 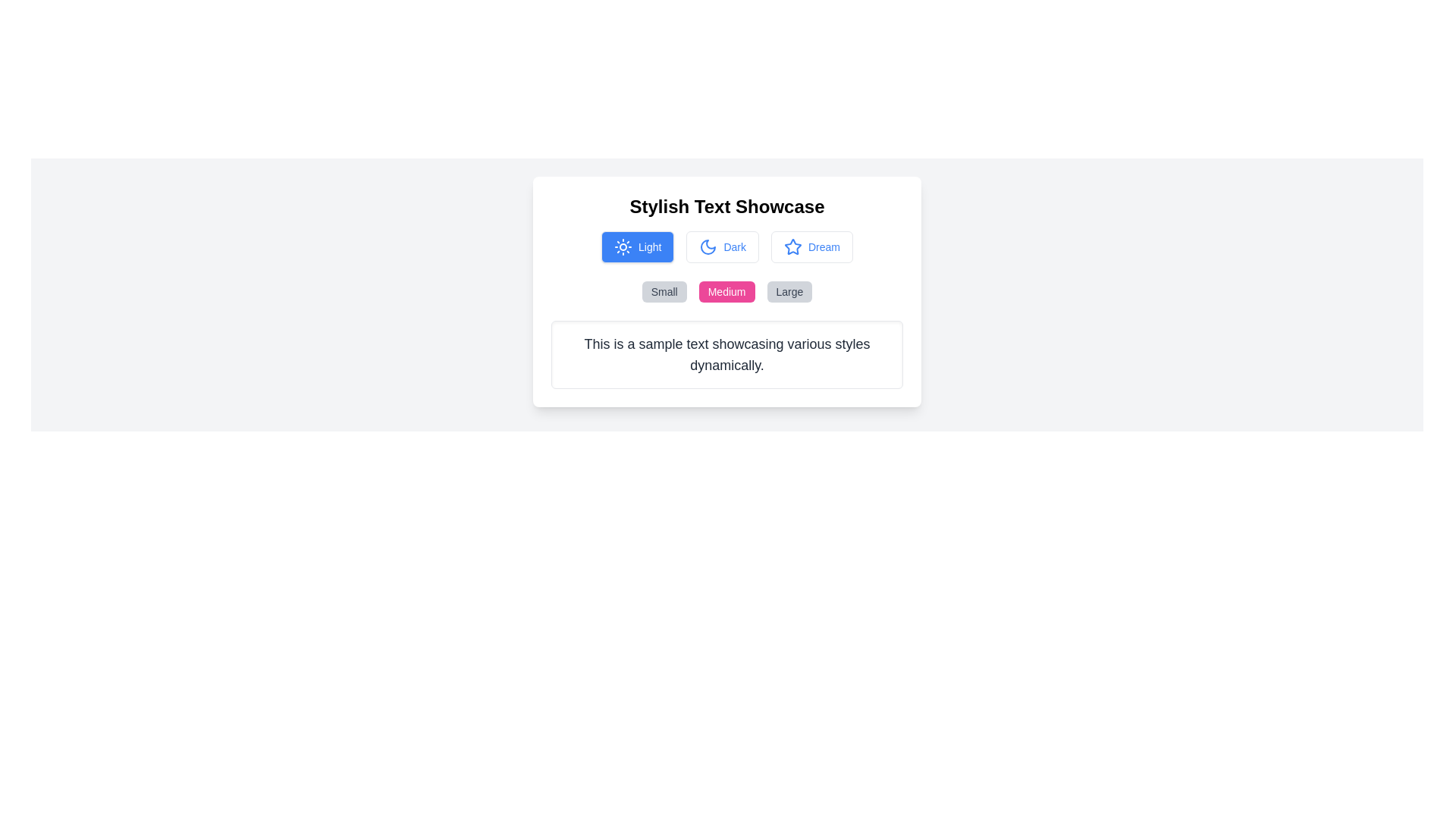 I want to click on to select the 'Medium' size option in the Toggle group located below the 'Light', 'Dark', and 'Dream' buttons, so click(x=726, y=292).